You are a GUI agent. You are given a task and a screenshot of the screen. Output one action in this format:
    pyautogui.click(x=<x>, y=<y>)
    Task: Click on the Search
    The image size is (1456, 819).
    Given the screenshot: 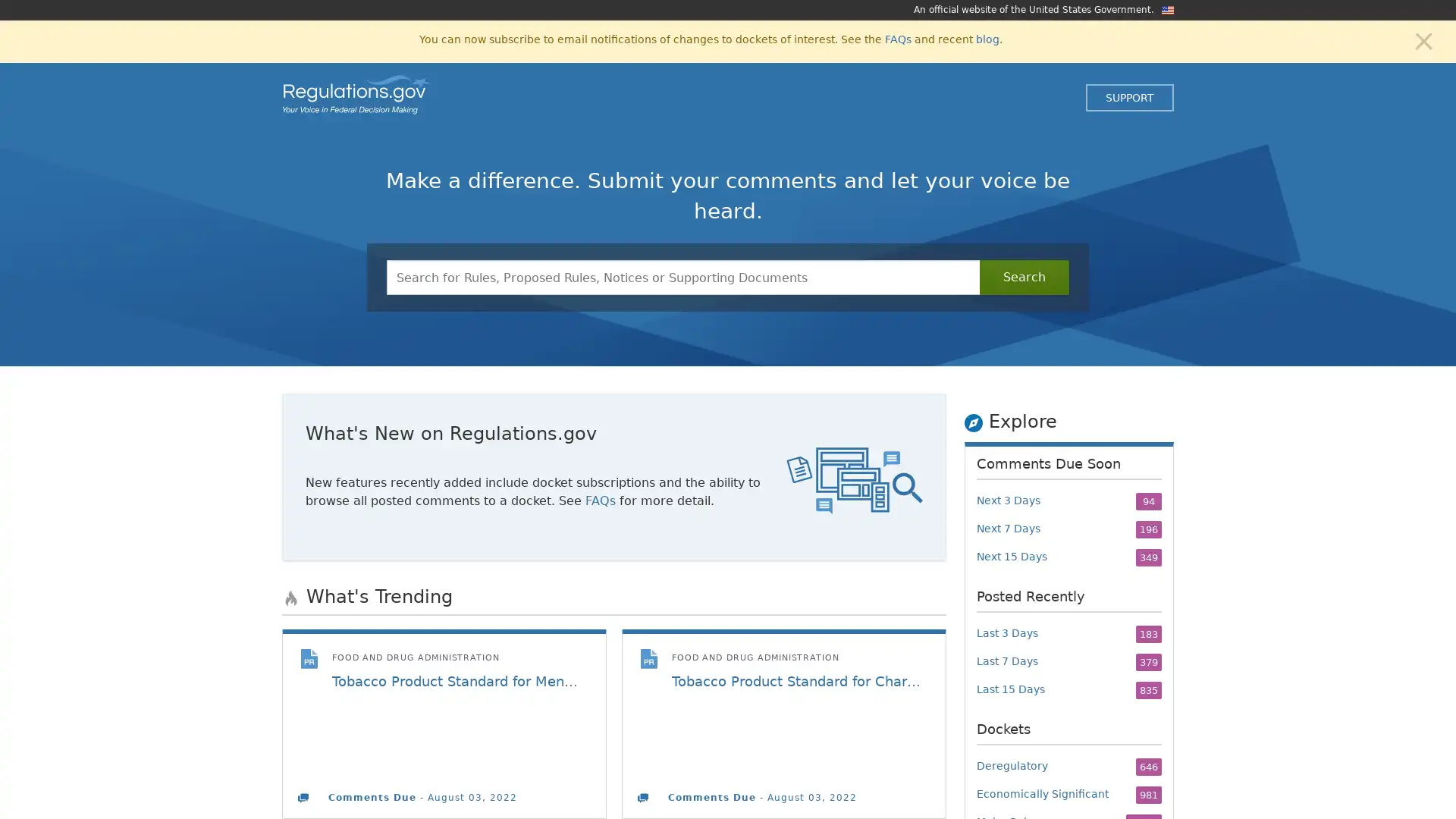 What is the action you would take?
    pyautogui.click(x=1024, y=278)
    